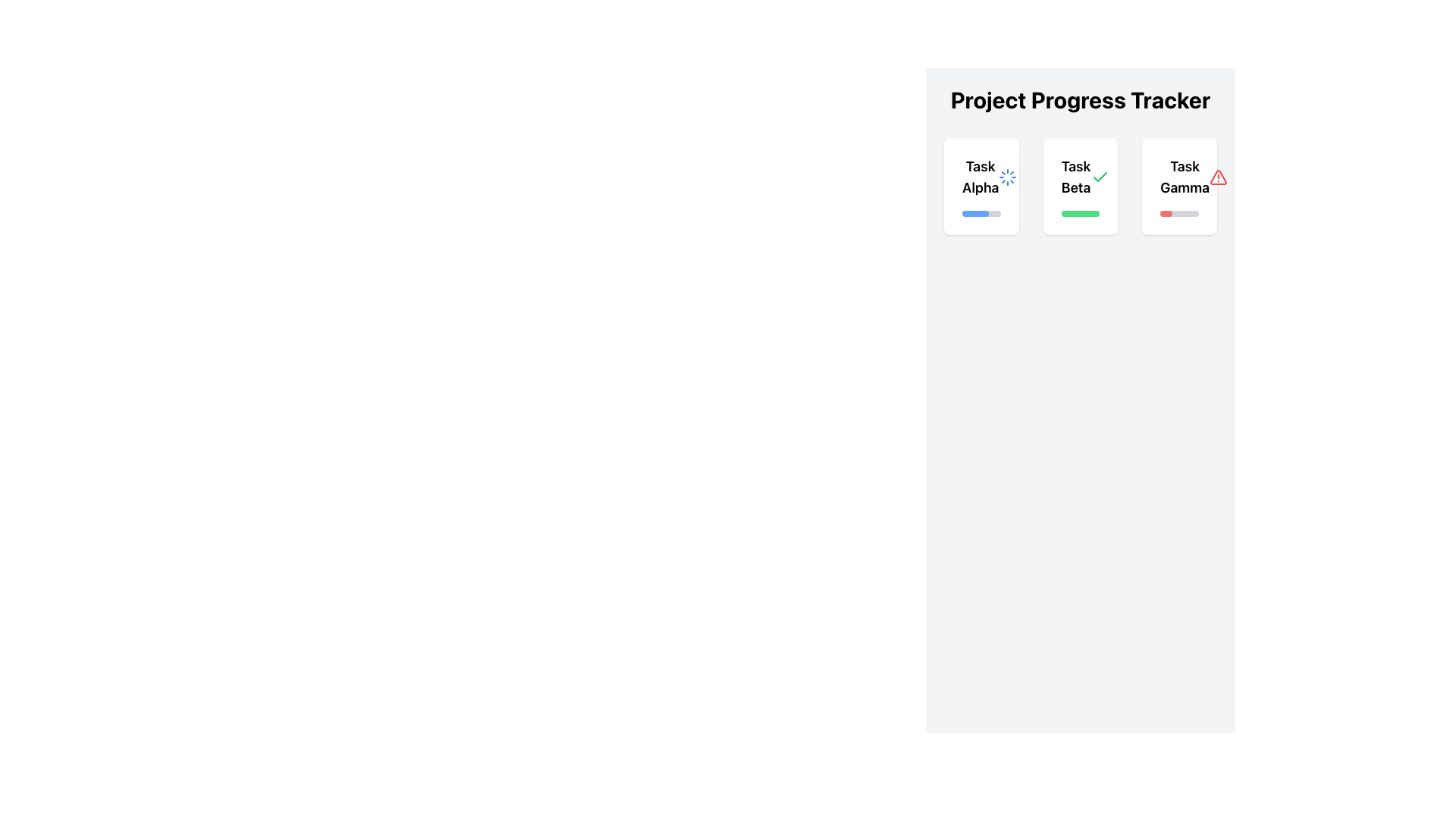 The width and height of the screenshot is (1456, 819). Describe the element at coordinates (981, 186) in the screenshot. I see `information displayed on the first Informational Card for 'Task Alpha' in the Project Progress Tracker section, which shows the task's title, loading indicator, and progress bar` at that location.